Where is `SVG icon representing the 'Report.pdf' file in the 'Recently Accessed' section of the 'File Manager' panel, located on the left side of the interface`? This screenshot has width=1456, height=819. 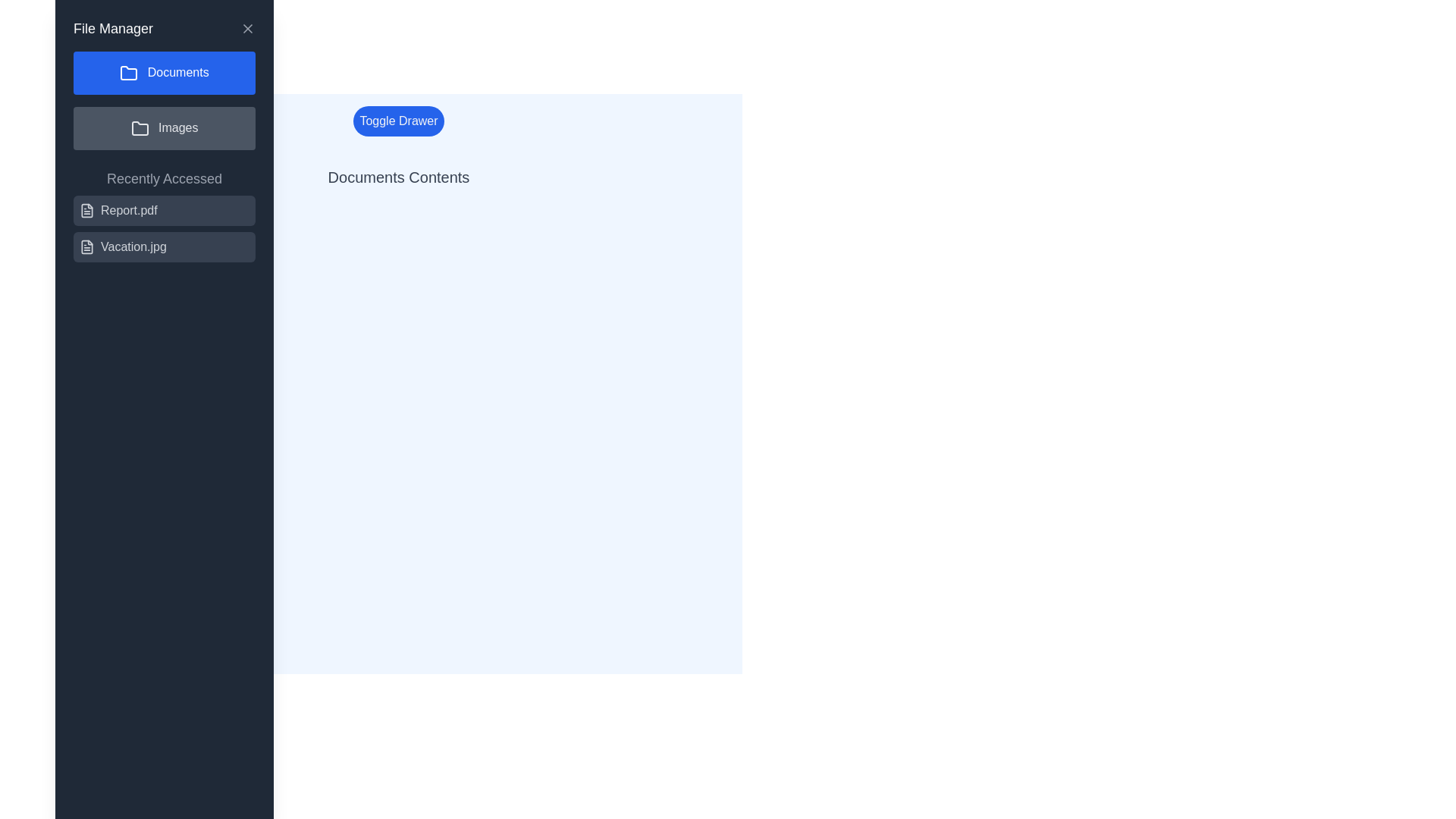 SVG icon representing the 'Report.pdf' file in the 'Recently Accessed' section of the 'File Manager' panel, located on the left side of the interface is located at coordinates (86, 210).